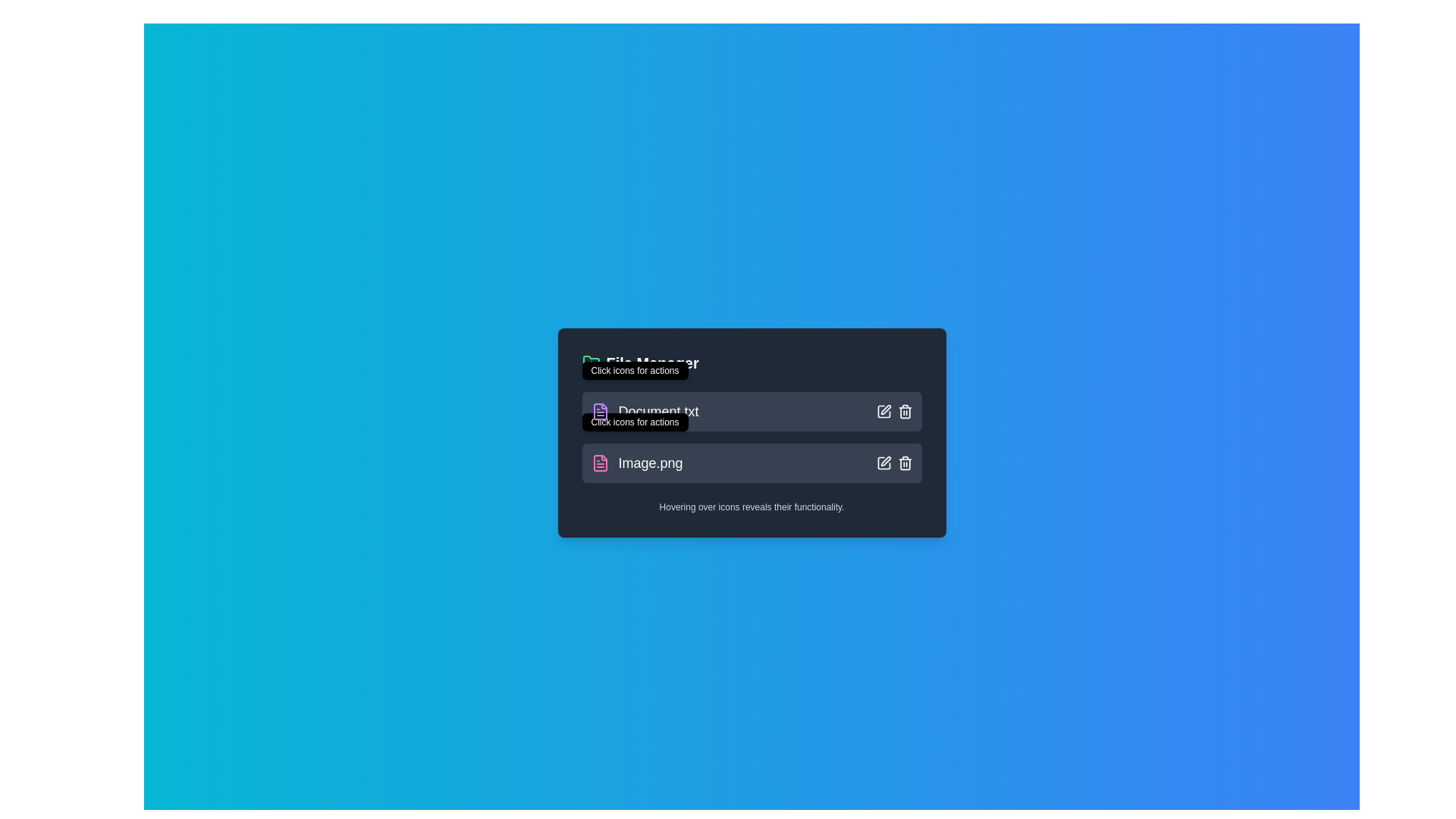 This screenshot has height=819, width=1456. I want to click on the pencil icon located at the top right area of the card listing 'Image.png', so click(885, 409).